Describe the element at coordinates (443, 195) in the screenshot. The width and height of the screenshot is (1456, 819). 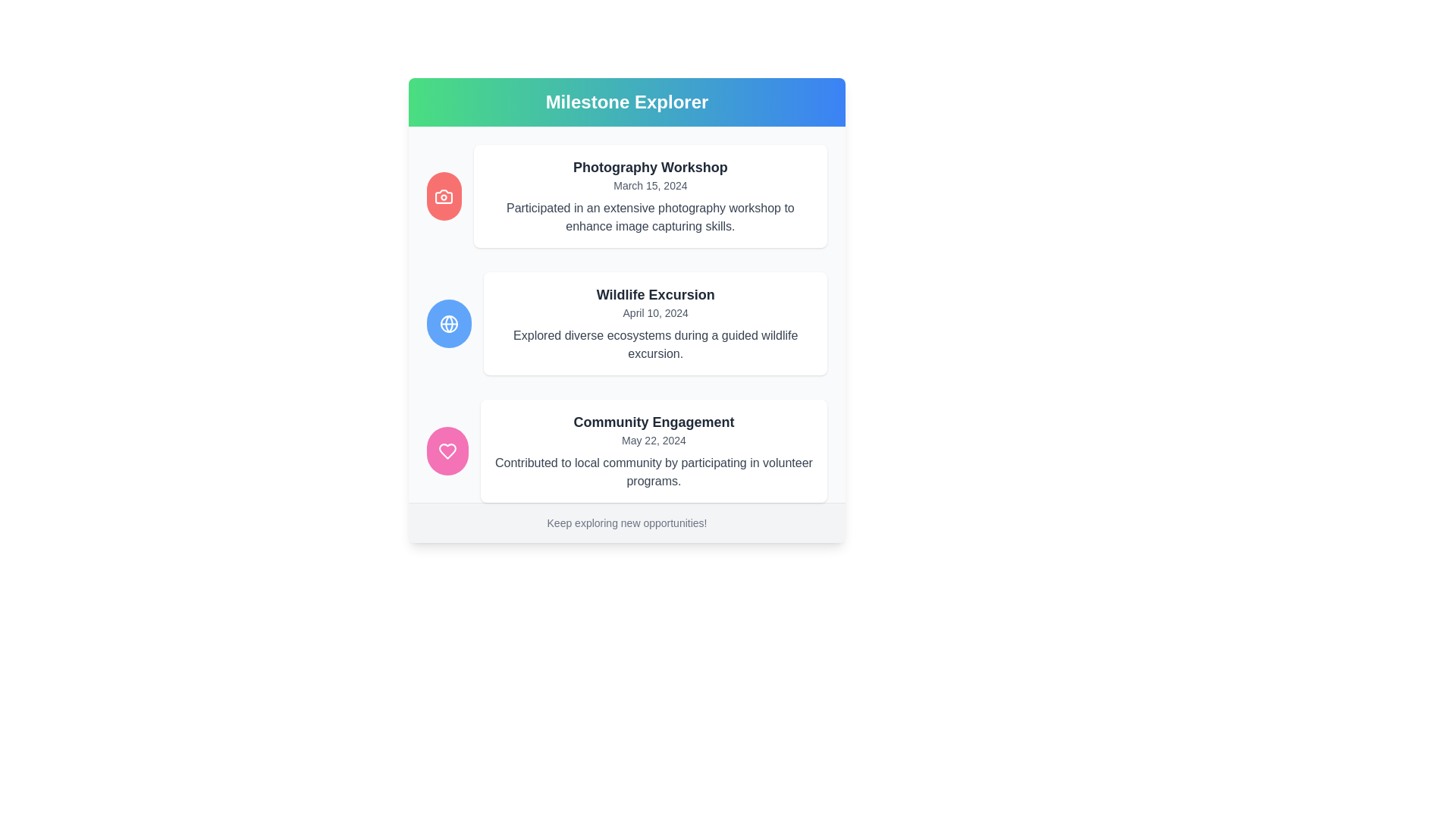
I see `the decorative red circular icon that signifies the theme of photography for the 'Photography Workshop' milestone entry, located in the leftmost column at the top among similar icons` at that location.